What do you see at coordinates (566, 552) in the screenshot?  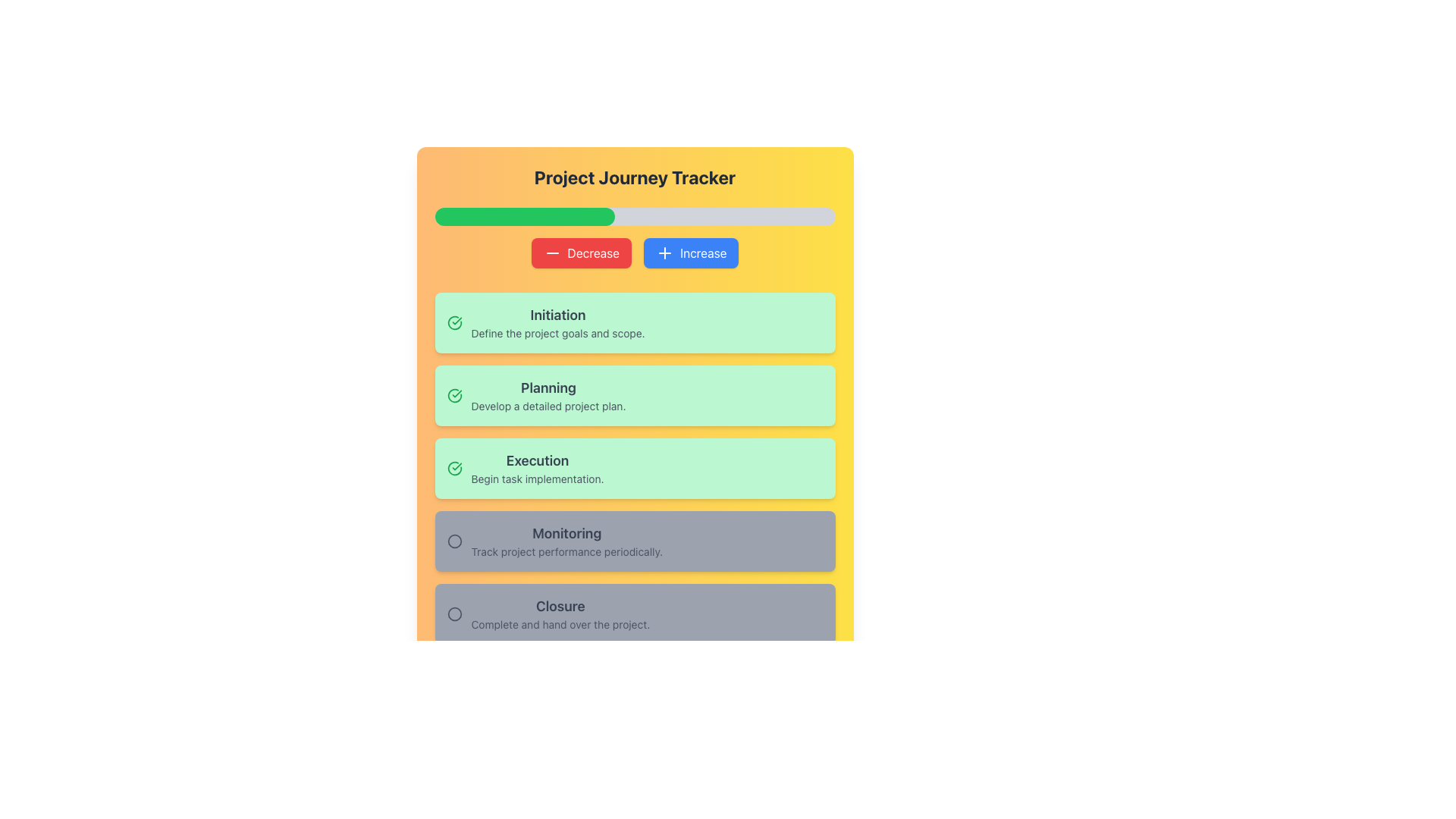 I see `light gray text label displaying 'Track project performance periodically.' located below the title 'Monitoring' in the fourth section of the interface` at bounding box center [566, 552].